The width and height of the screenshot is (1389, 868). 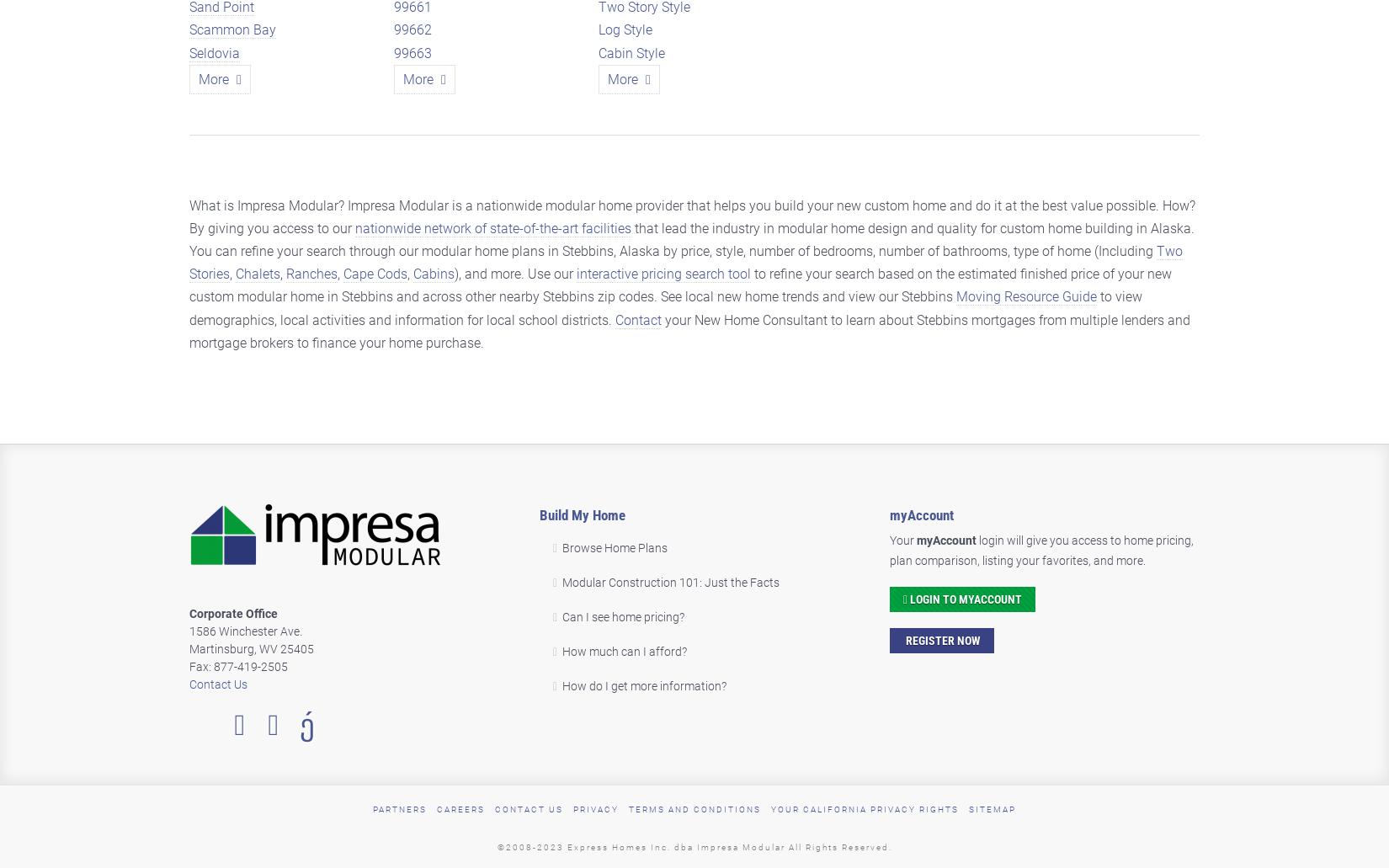 I want to click on 'Sitemap', so click(x=992, y=807).